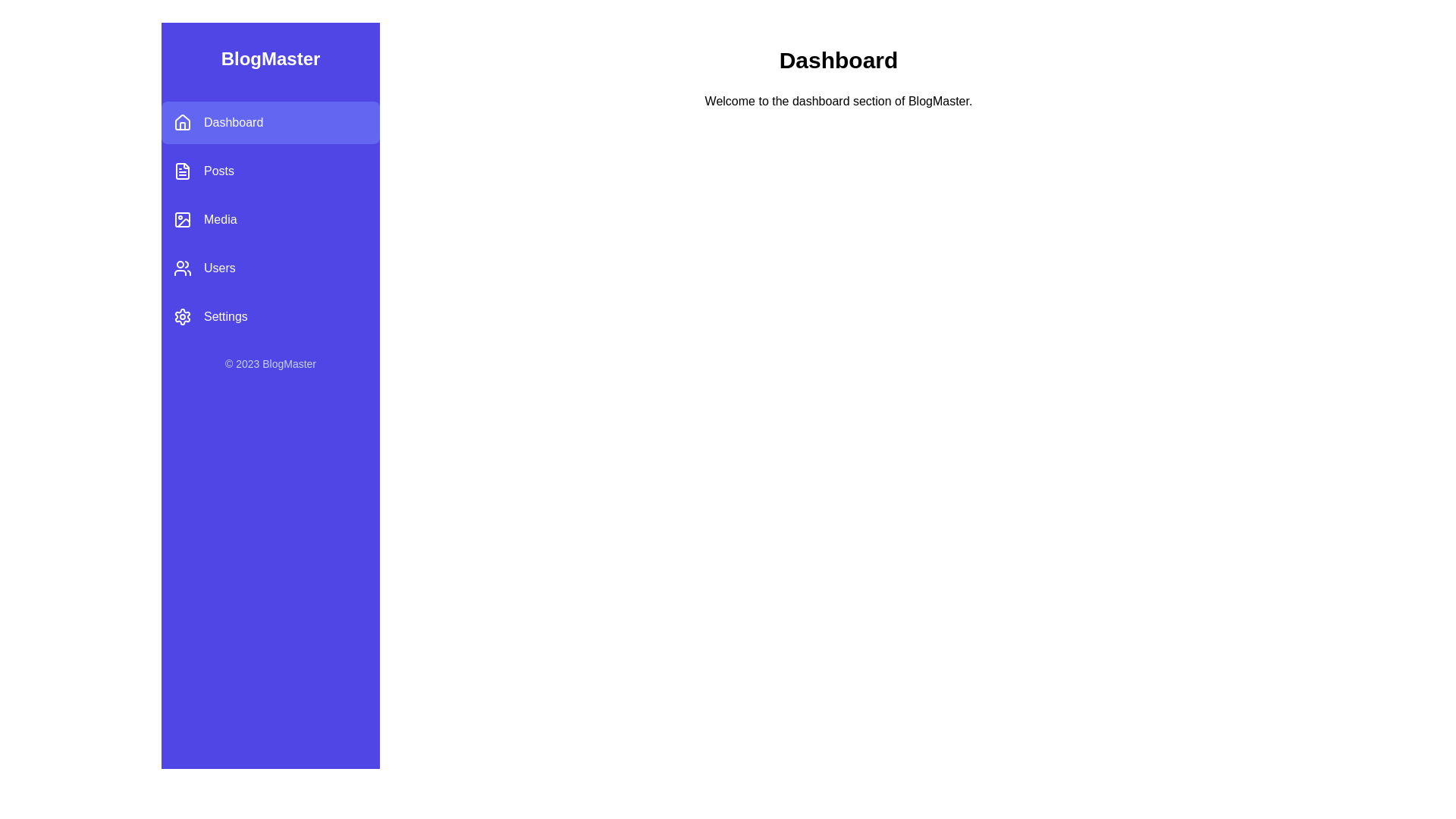  Describe the element at coordinates (270, 363) in the screenshot. I see `the static text element at the bottom of the vertical sidebar, which serves as a copyright notice for the application` at that location.